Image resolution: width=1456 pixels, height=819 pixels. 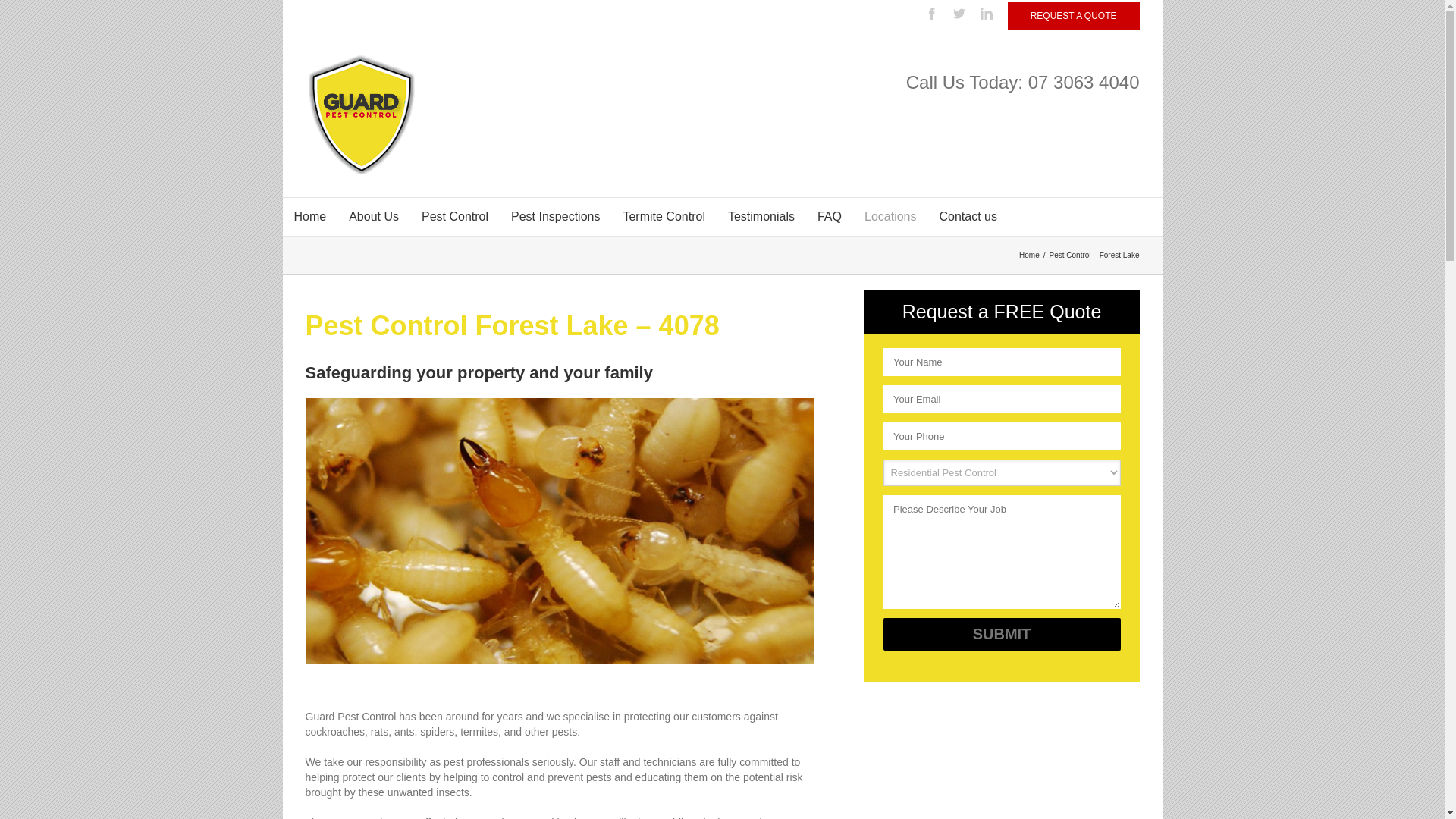 I want to click on 'About Us', so click(x=374, y=216).